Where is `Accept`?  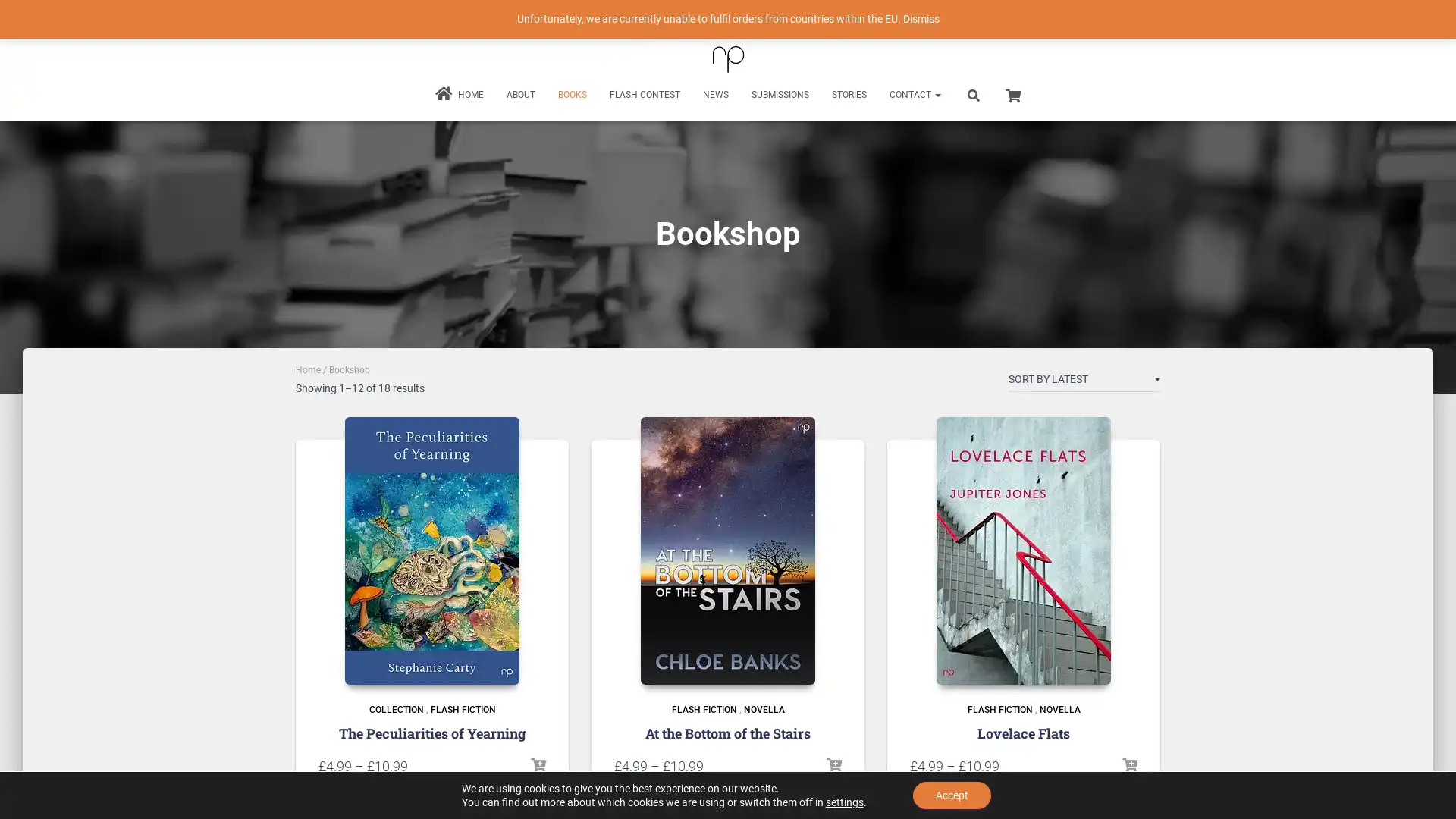 Accept is located at coordinates (951, 795).